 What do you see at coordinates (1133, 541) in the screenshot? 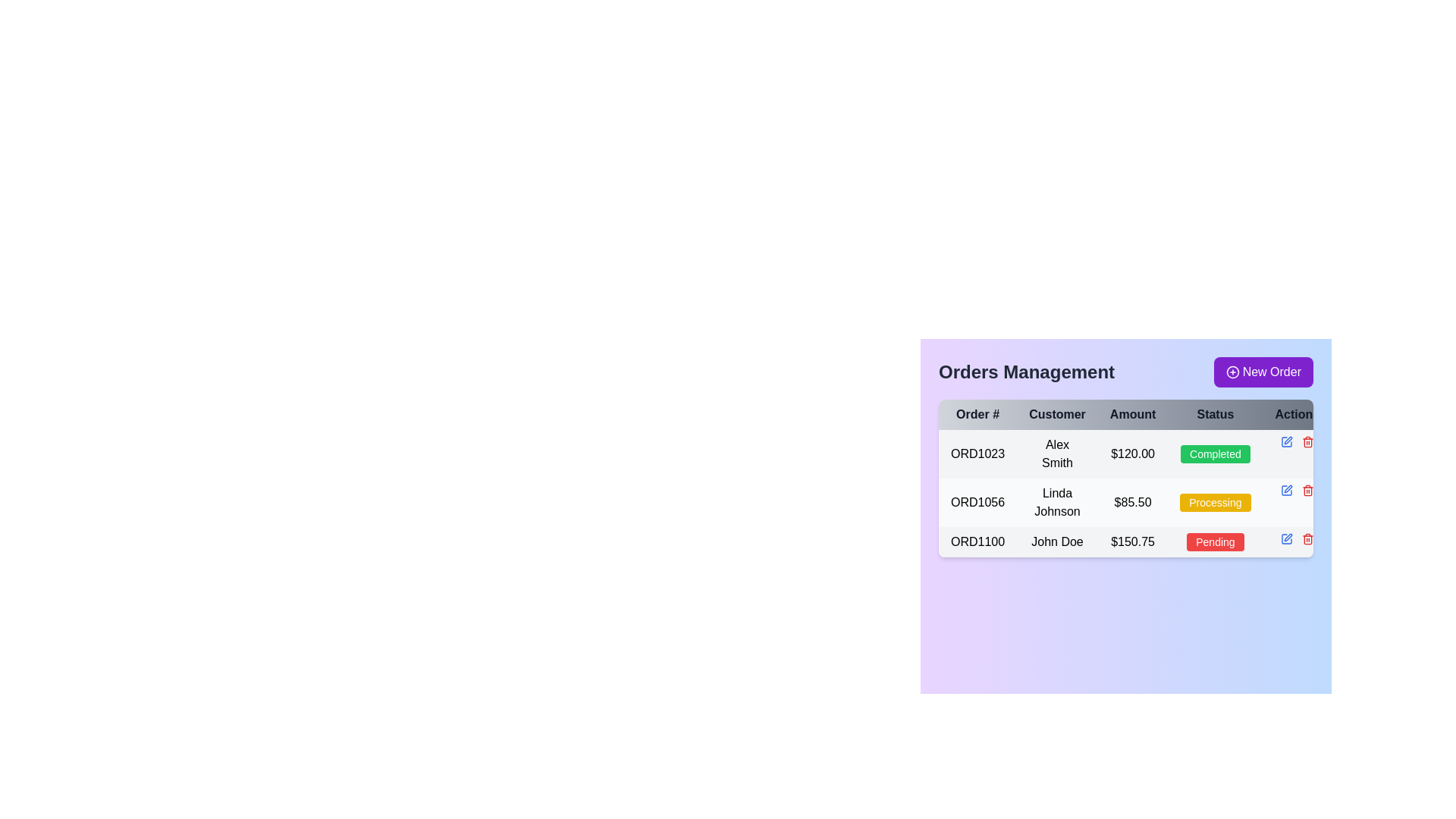
I see `the static text element displaying the monetary value '$150.75' located in the third row of the 'Orders Management' table under the 'Amount' column` at bounding box center [1133, 541].